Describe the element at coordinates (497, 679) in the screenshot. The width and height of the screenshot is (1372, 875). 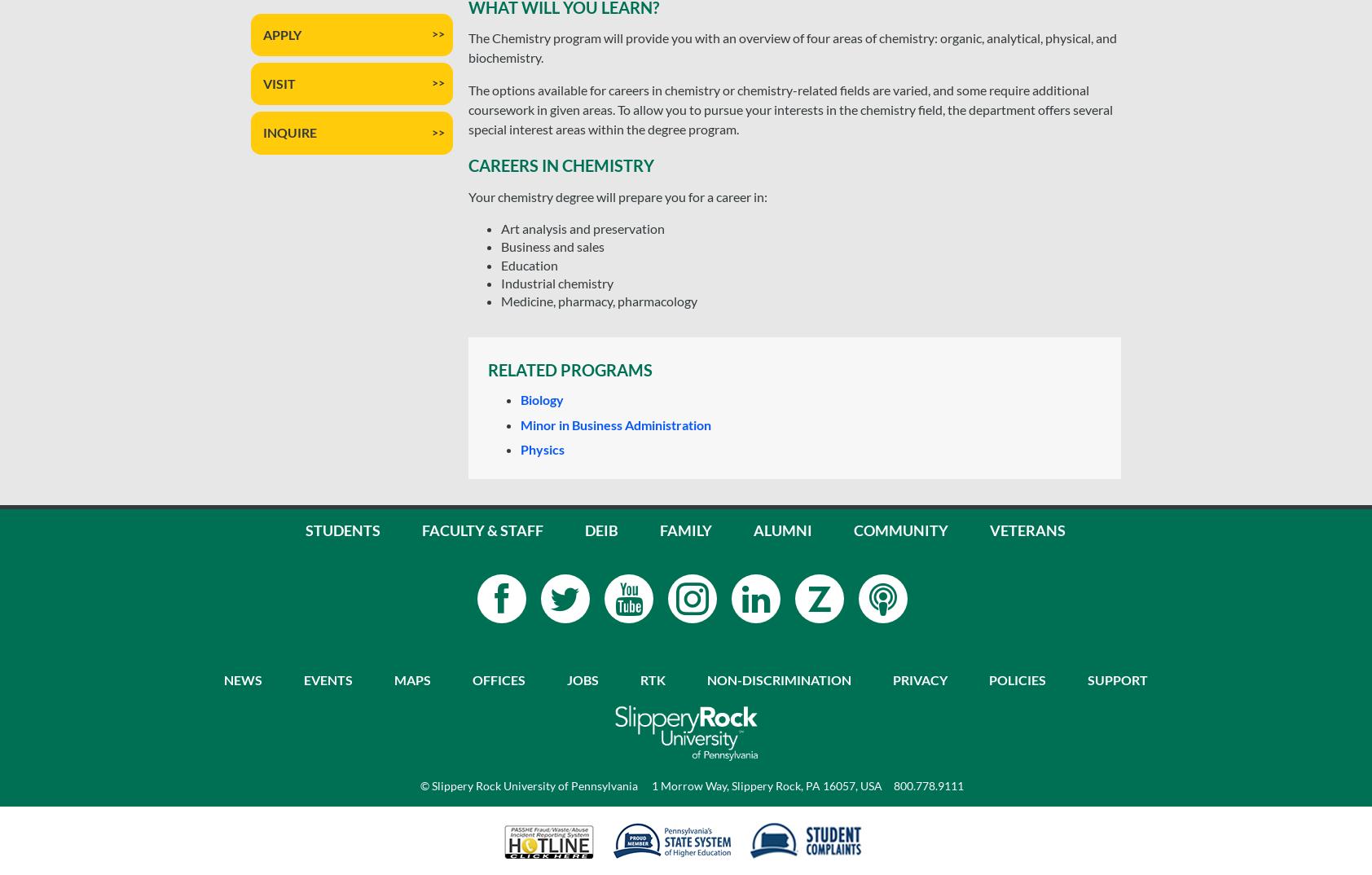
I see `'Offices'` at that location.